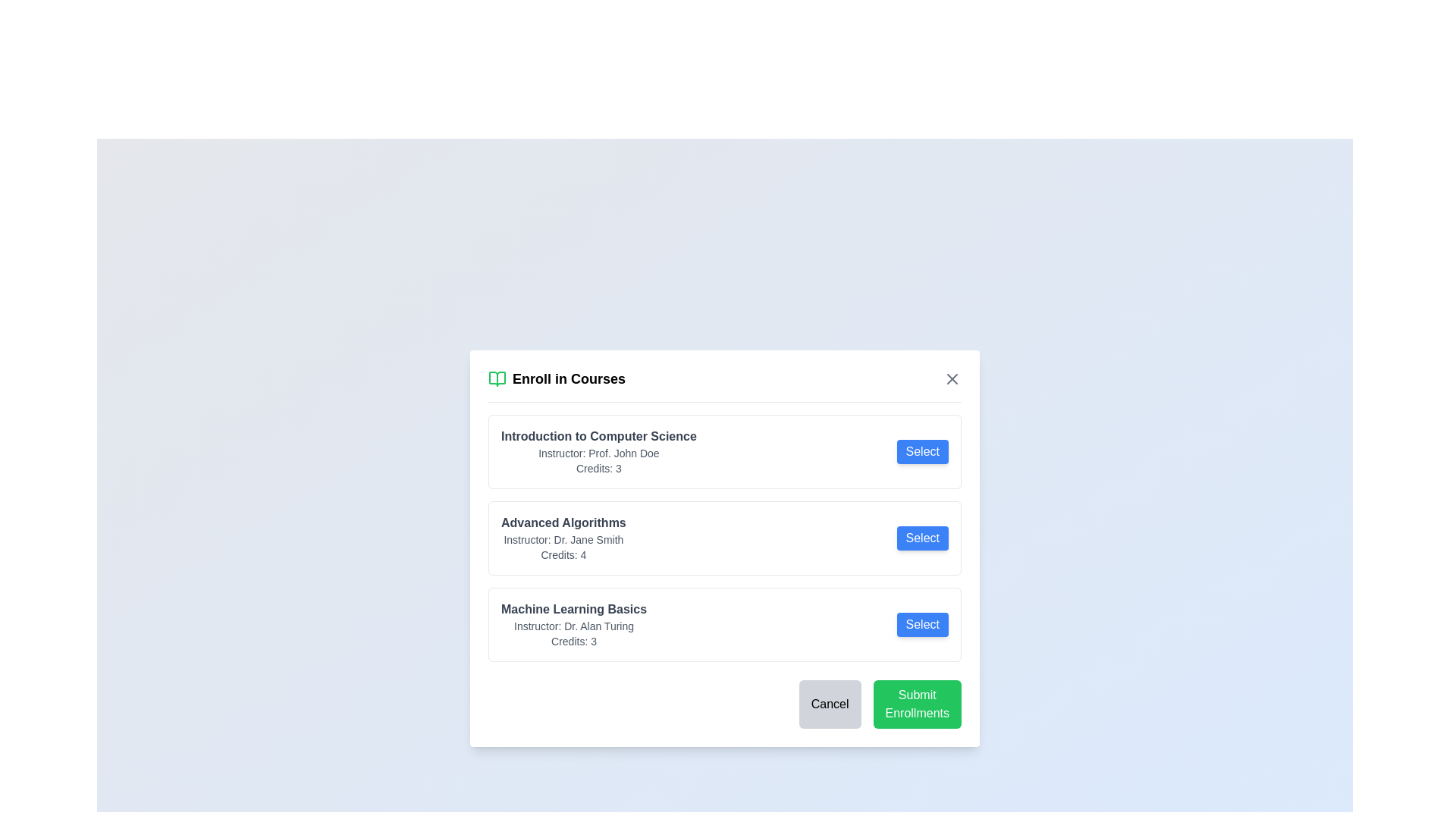  Describe the element at coordinates (921, 624) in the screenshot. I see `the button that triggers the selection of the course 'Machine Learning Basics', located at the bottom of the course details list, aligned with 'Instructor: Dr. Alan Turing' and 'Credits: 3'` at that location.